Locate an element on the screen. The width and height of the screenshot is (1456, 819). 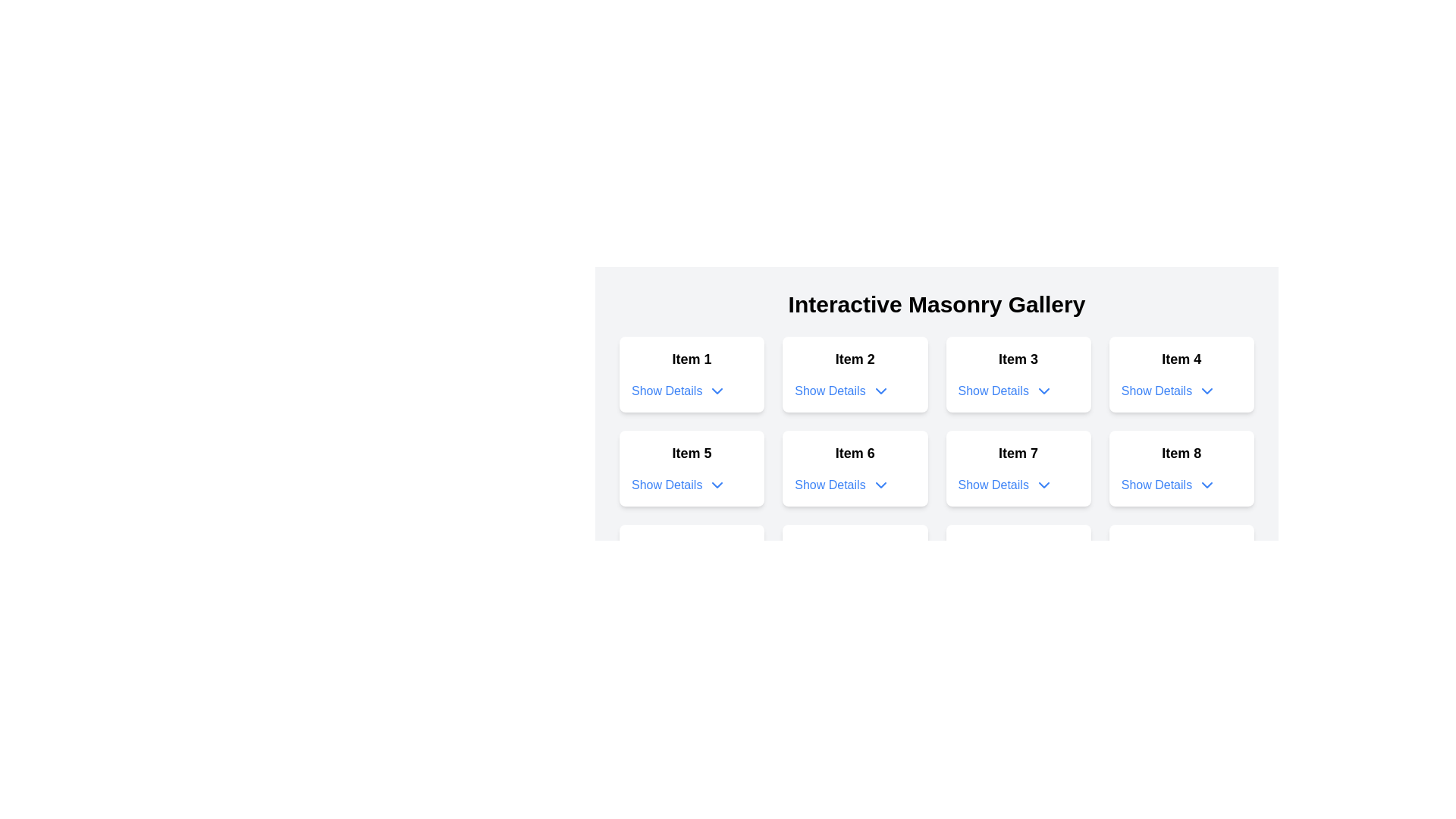
the interactive hyperlink with an icon located in the bottom right of the 'Item 7' sub-section is located at coordinates (1006, 485).